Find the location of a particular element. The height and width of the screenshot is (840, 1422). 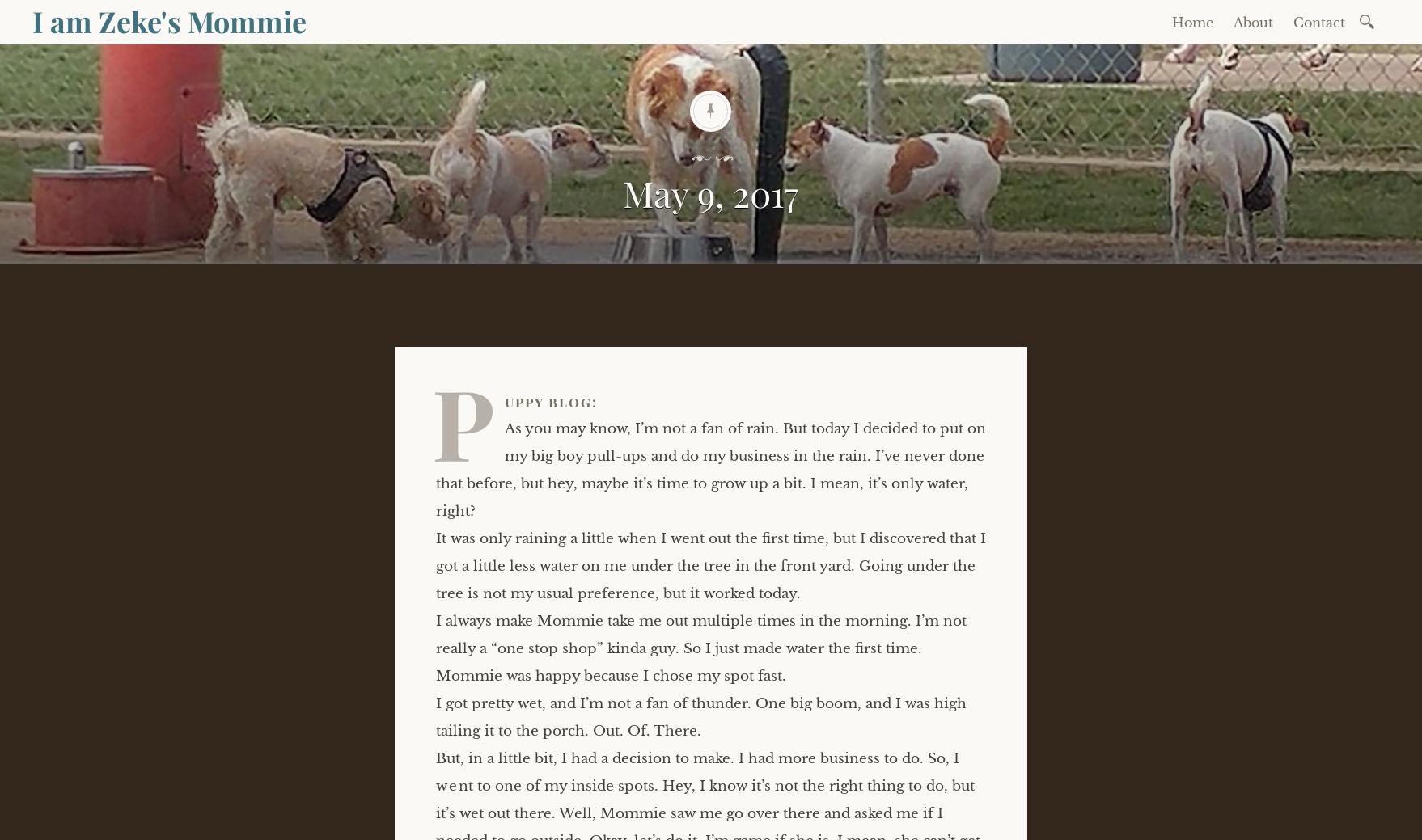

'May 9, 2017' is located at coordinates (622, 192).